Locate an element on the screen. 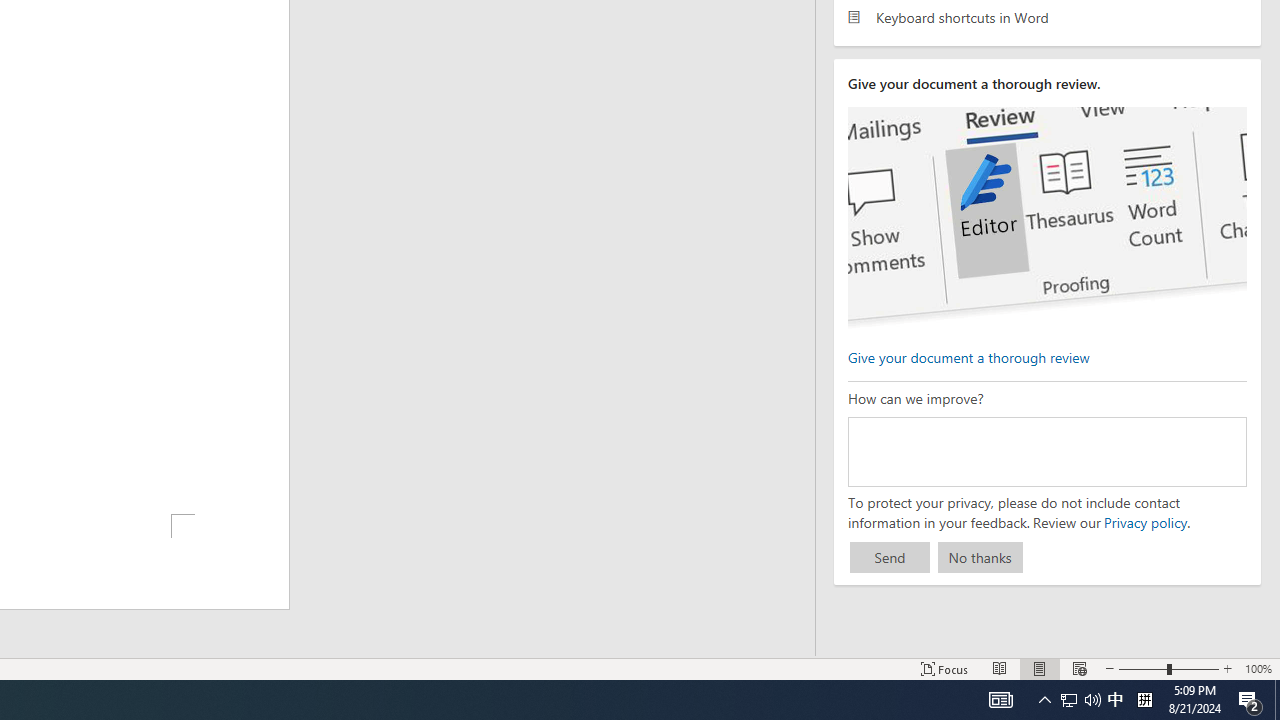 This screenshot has width=1280, height=720. 'Zoom In' is located at coordinates (1226, 669).